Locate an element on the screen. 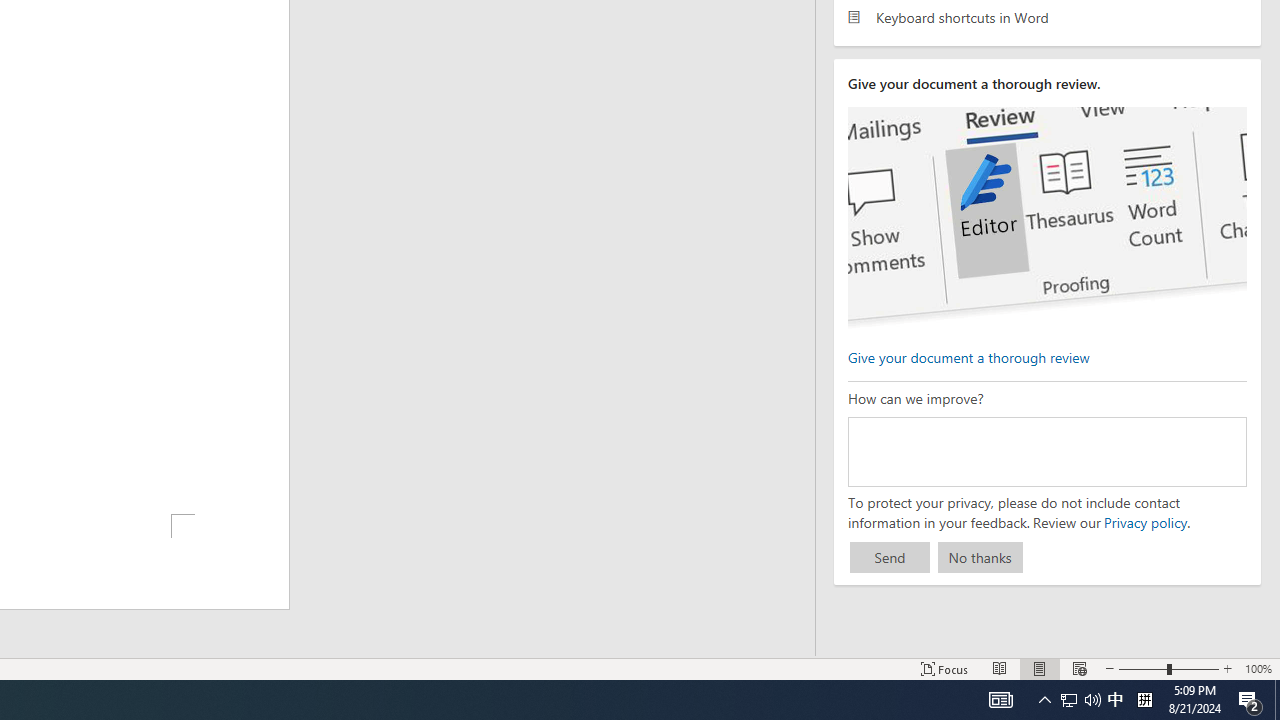 This screenshot has width=1280, height=720. 'Zoom In' is located at coordinates (1226, 669).